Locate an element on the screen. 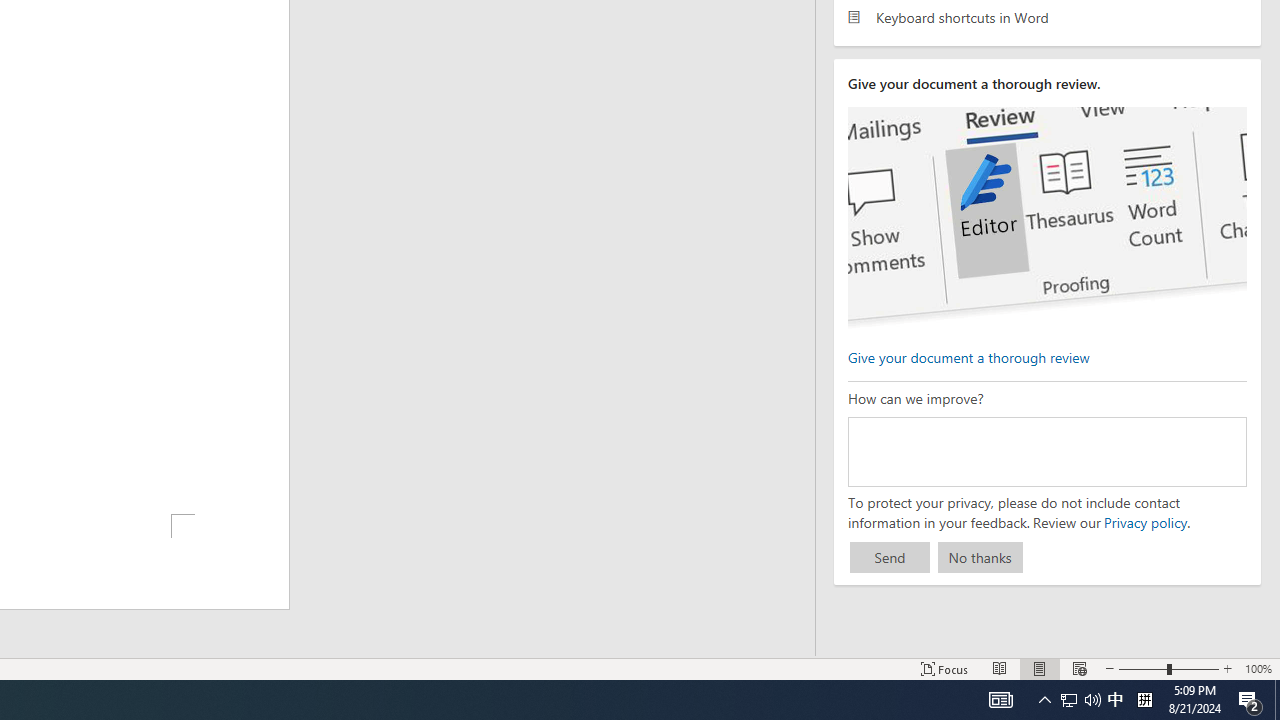 This screenshot has width=1280, height=720. 'Zoom In' is located at coordinates (1226, 669).